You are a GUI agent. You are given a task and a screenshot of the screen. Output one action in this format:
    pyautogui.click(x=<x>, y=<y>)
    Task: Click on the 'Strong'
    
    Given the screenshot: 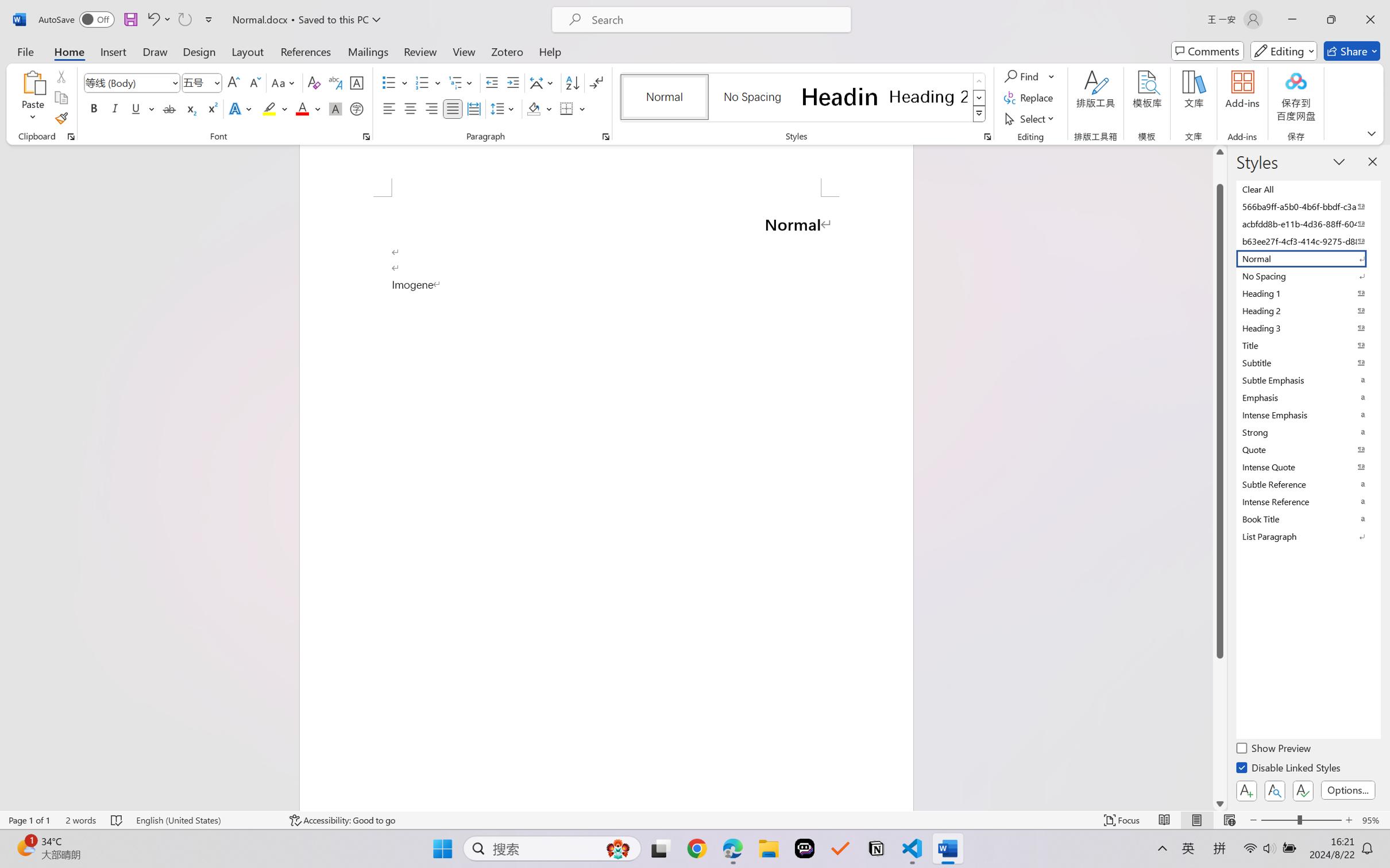 What is the action you would take?
    pyautogui.click(x=1307, y=432)
    